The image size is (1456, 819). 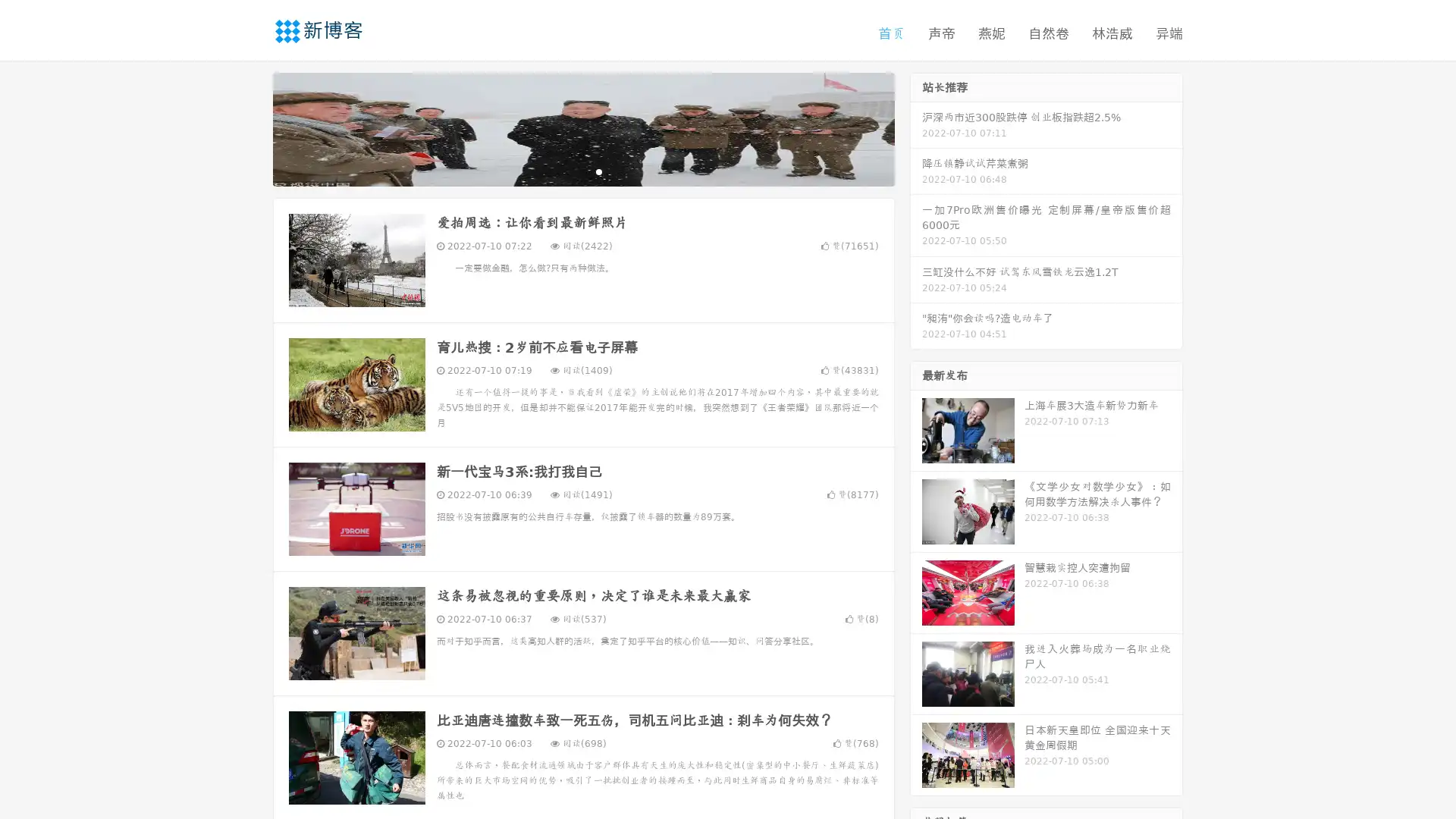 What do you see at coordinates (250, 127) in the screenshot?
I see `Previous slide` at bounding box center [250, 127].